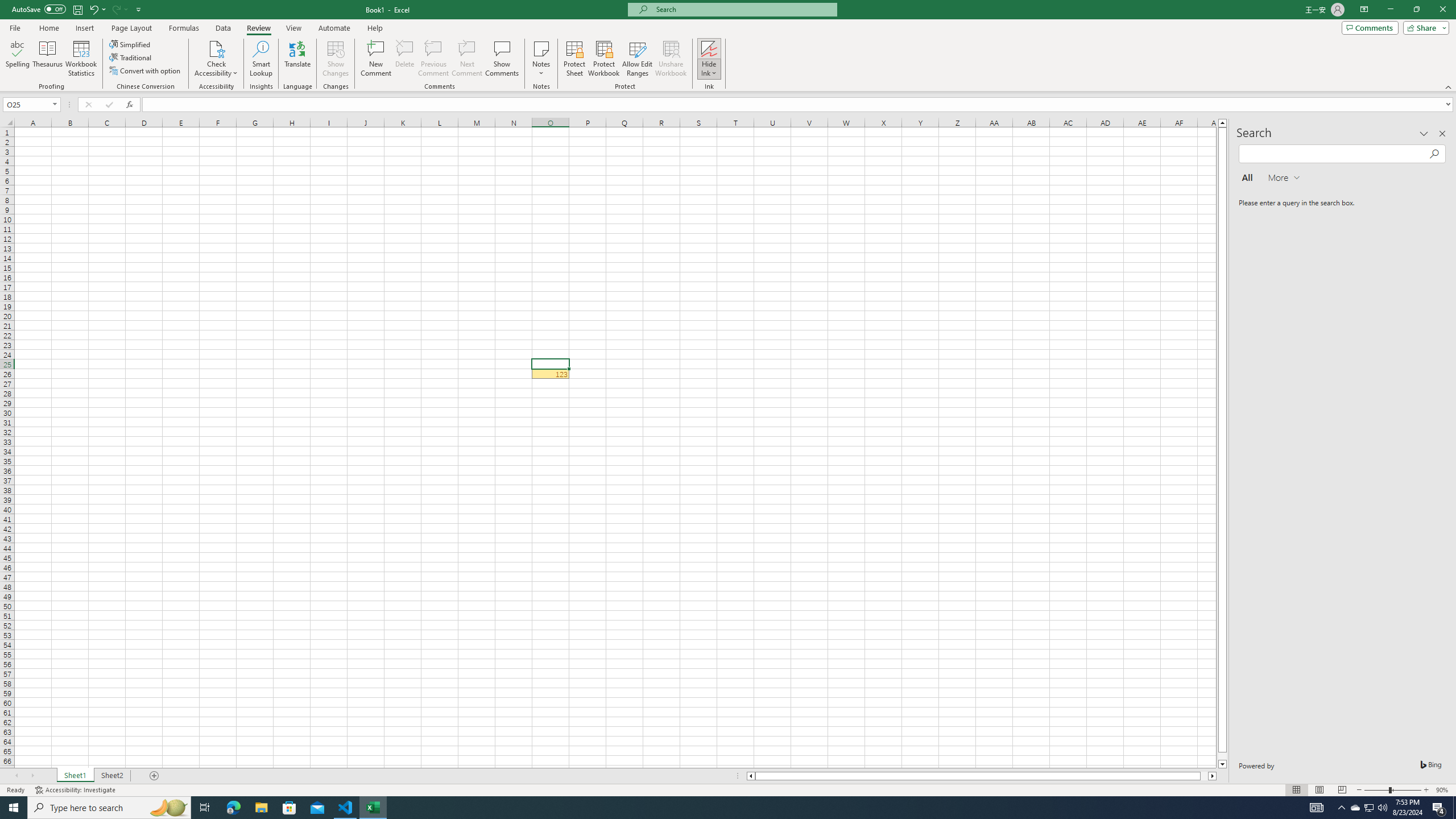 The width and height of the screenshot is (1456, 819). I want to click on 'Show Changes', so click(336, 59).